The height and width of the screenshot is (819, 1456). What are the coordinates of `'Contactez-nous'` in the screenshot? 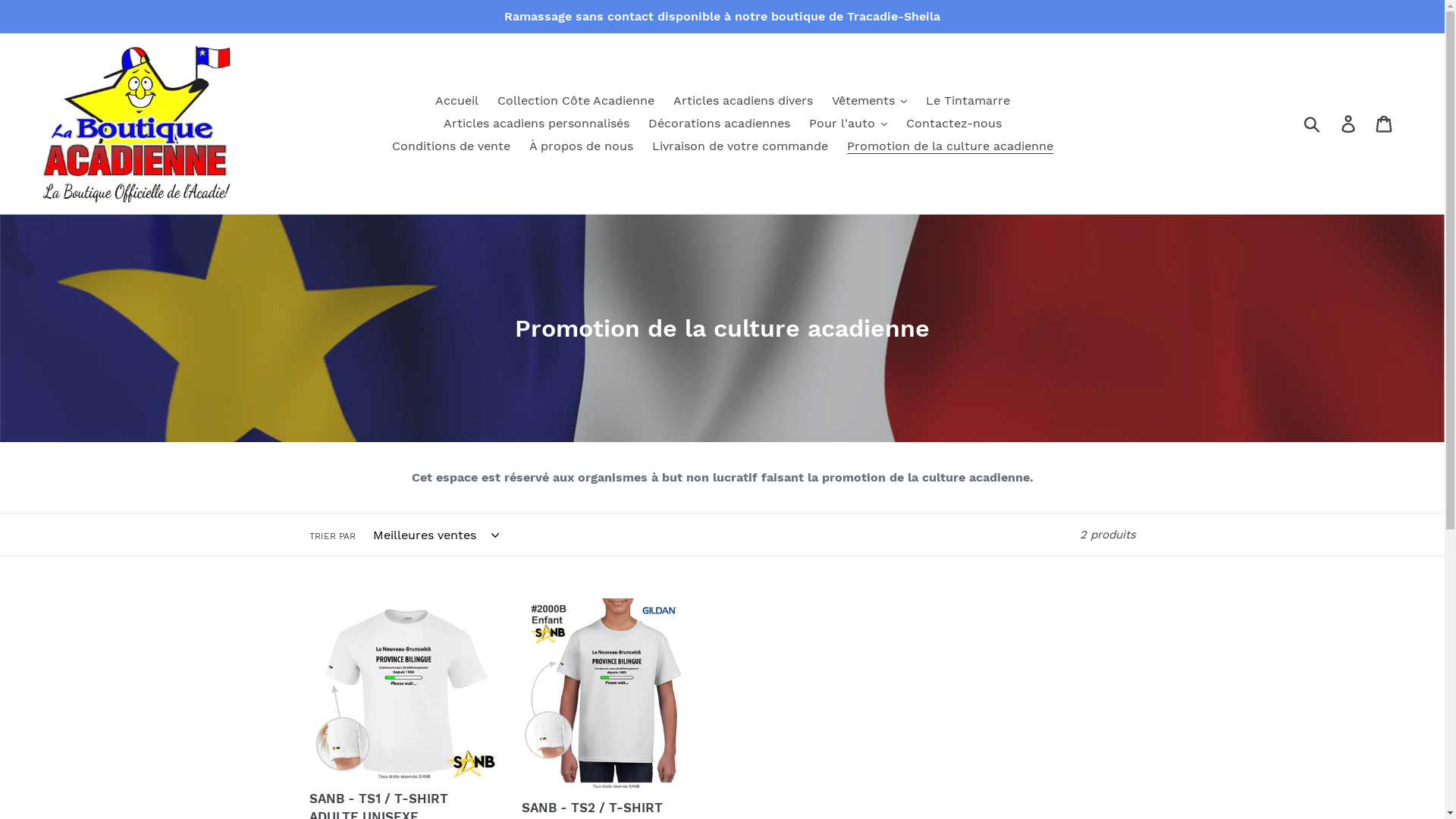 It's located at (952, 122).